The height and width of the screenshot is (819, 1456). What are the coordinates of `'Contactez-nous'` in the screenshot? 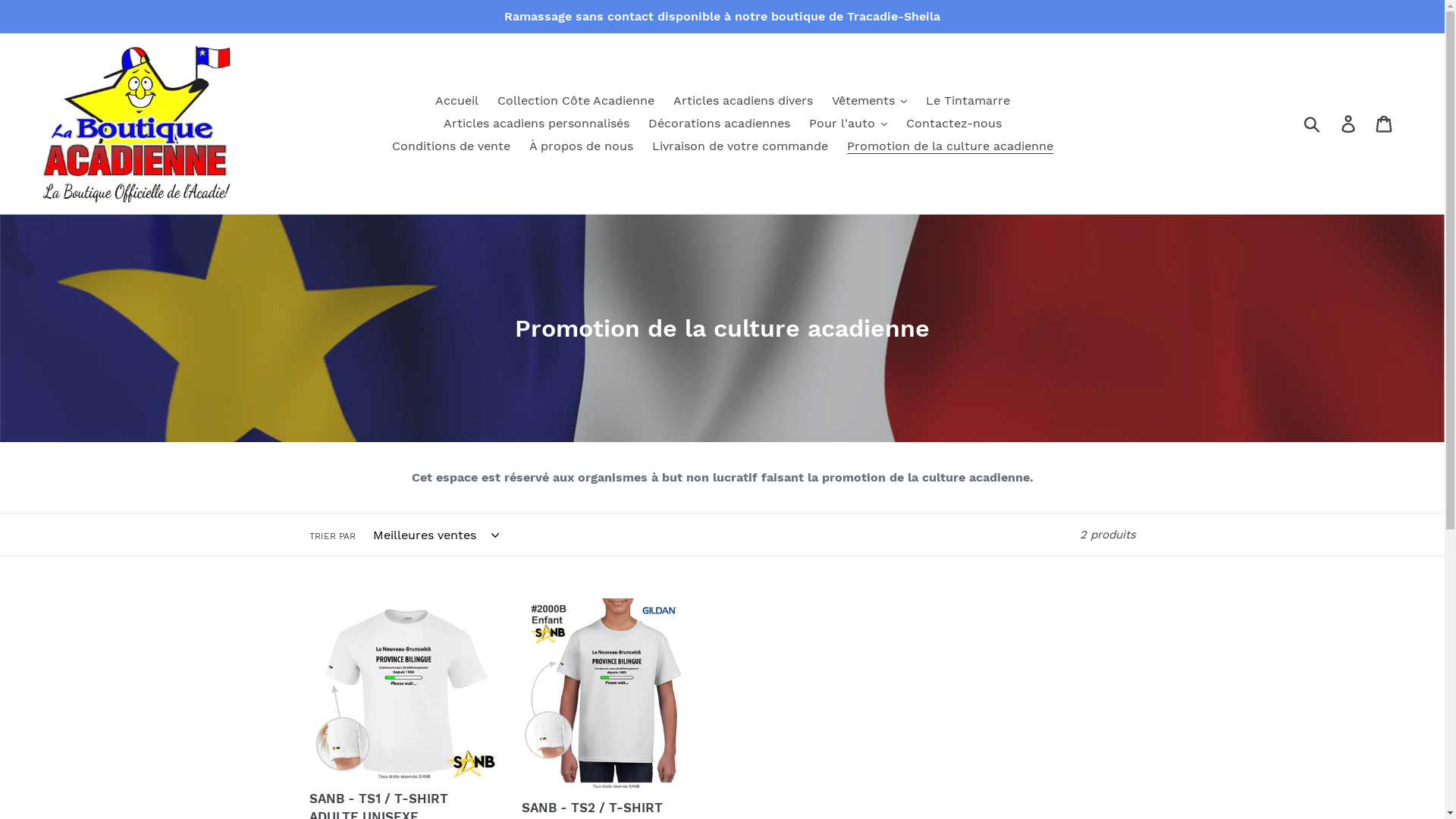 It's located at (952, 122).